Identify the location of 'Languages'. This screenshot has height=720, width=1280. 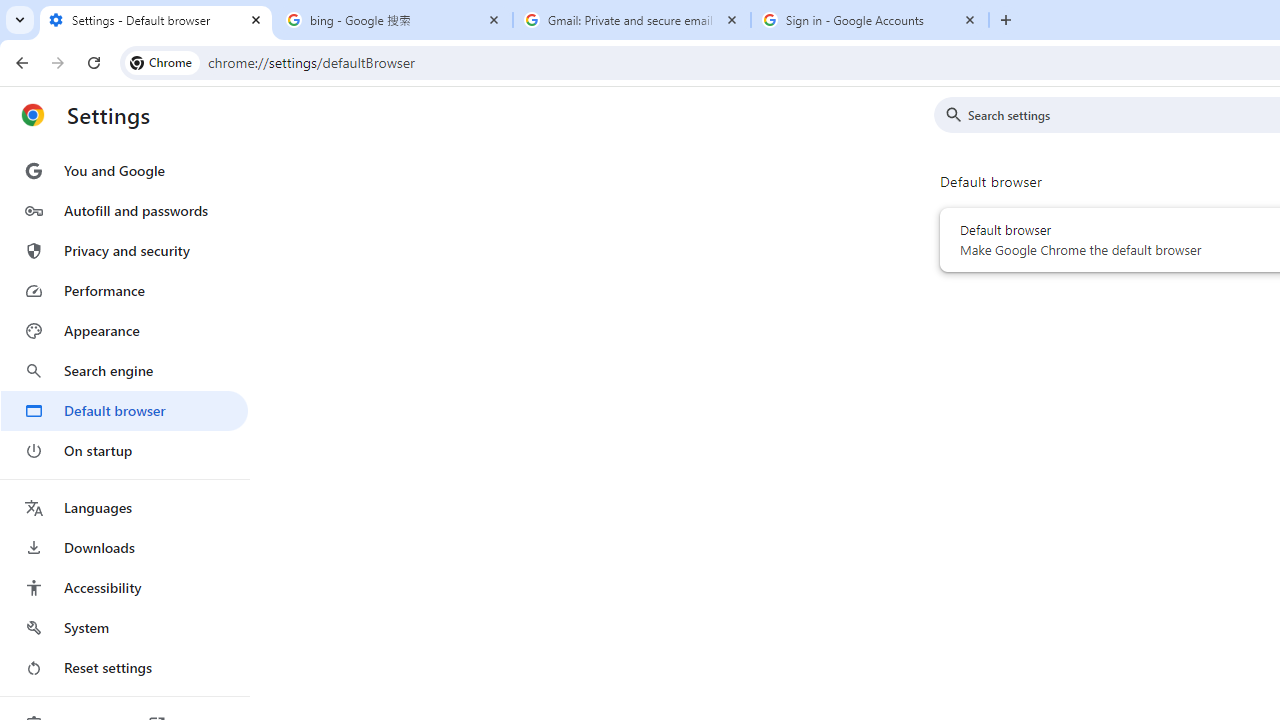
(123, 506).